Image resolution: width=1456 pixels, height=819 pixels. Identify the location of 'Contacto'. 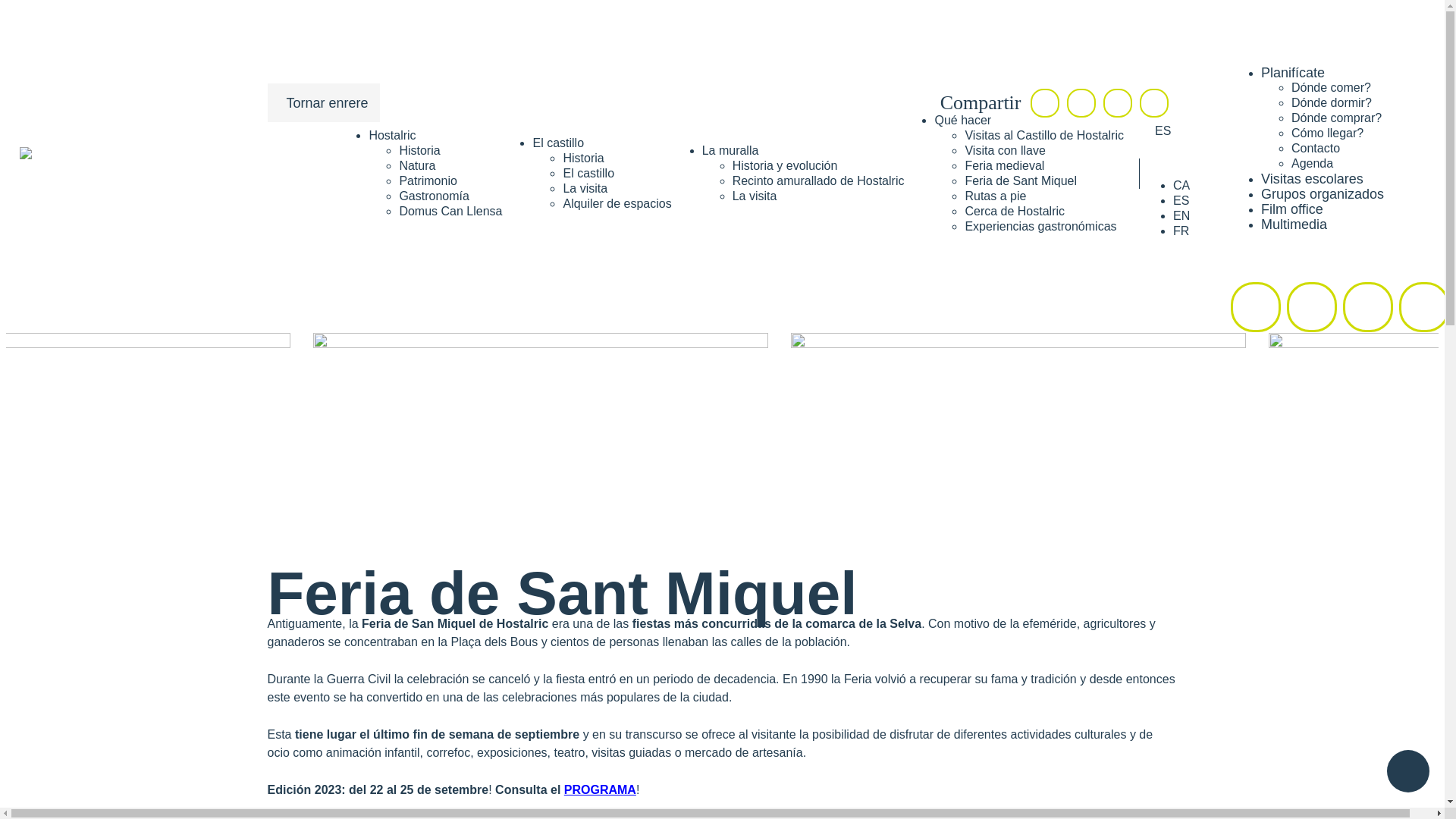
(1314, 148).